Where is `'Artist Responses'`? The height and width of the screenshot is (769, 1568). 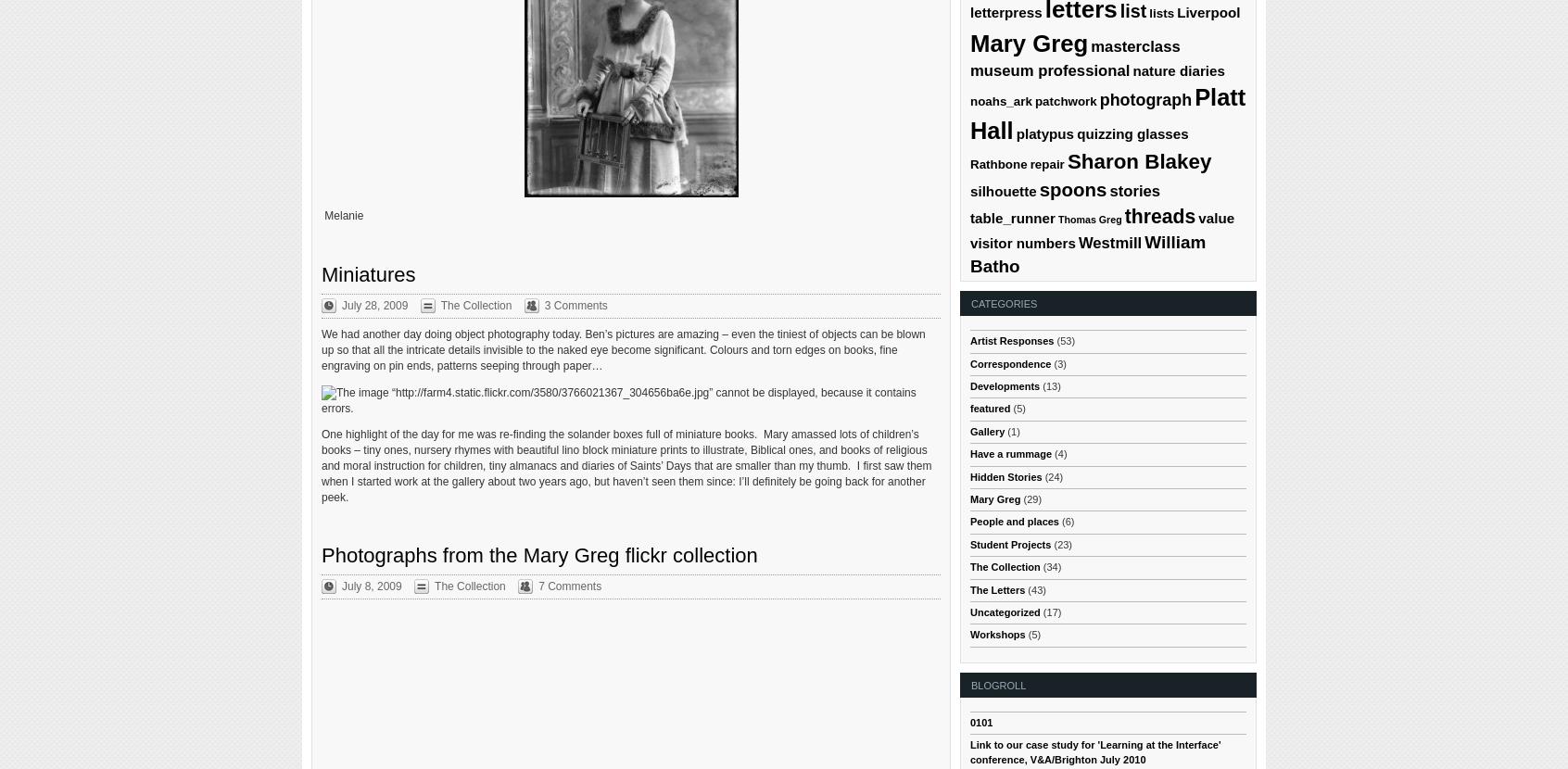 'Artist Responses' is located at coordinates (1012, 341).